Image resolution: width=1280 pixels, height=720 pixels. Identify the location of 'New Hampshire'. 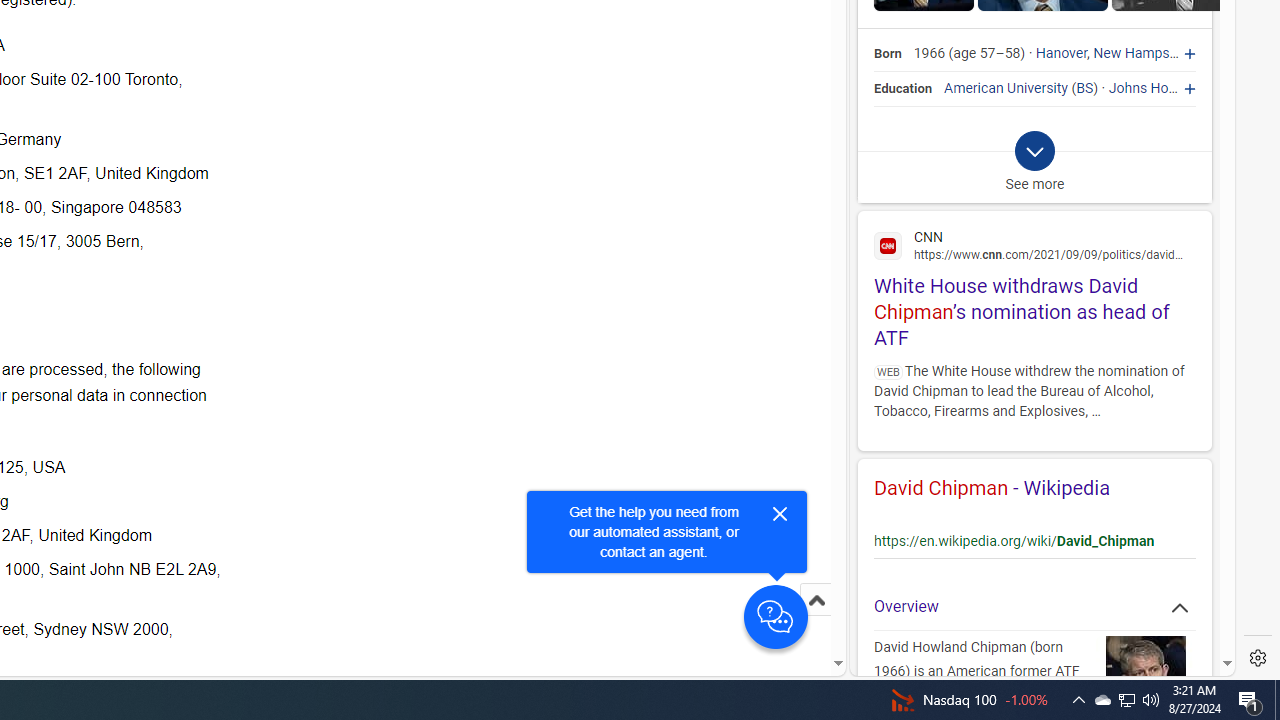
(1143, 53).